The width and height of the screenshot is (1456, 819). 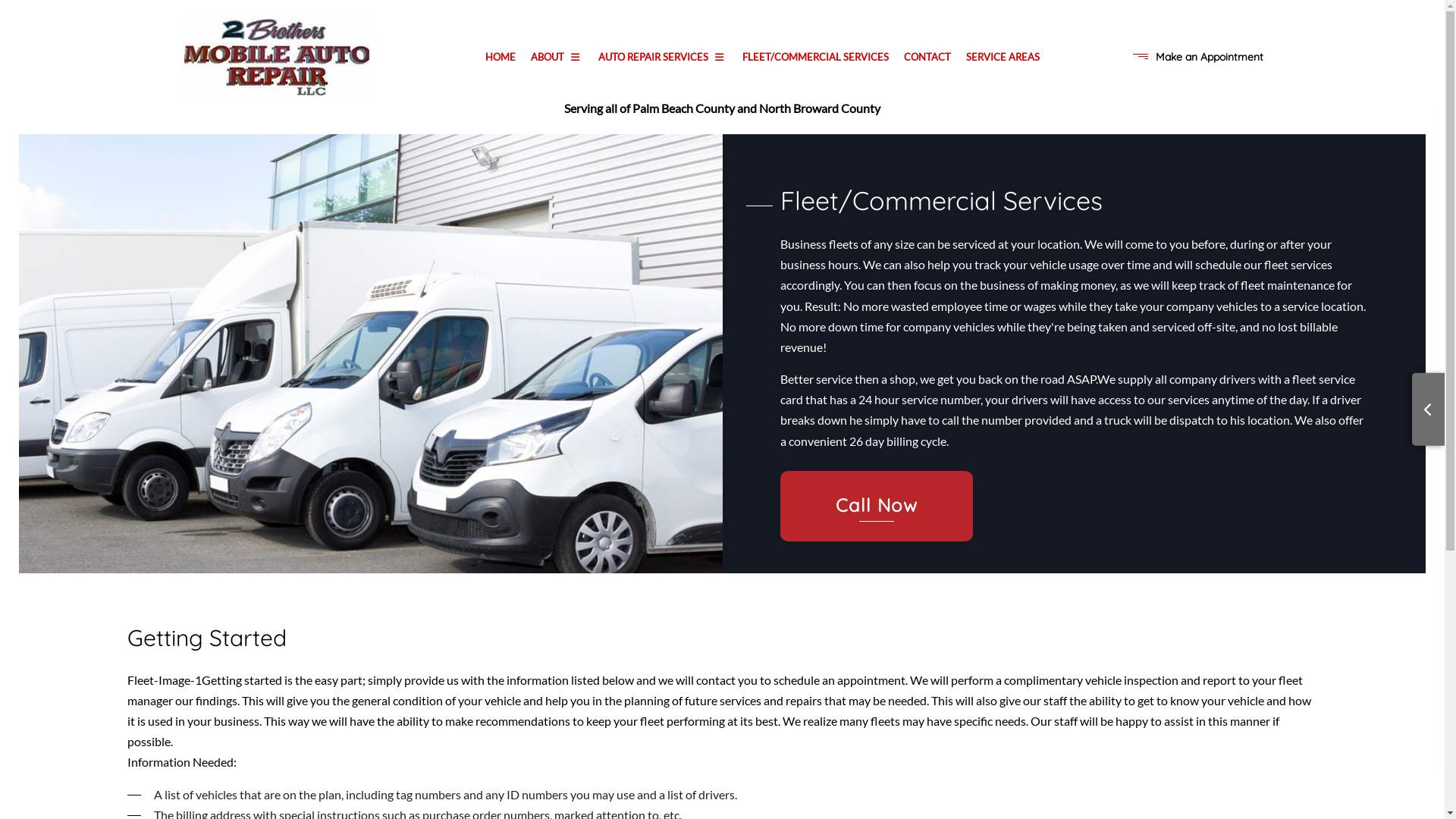 I want to click on 'CONTACT', so click(x=927, y=56).